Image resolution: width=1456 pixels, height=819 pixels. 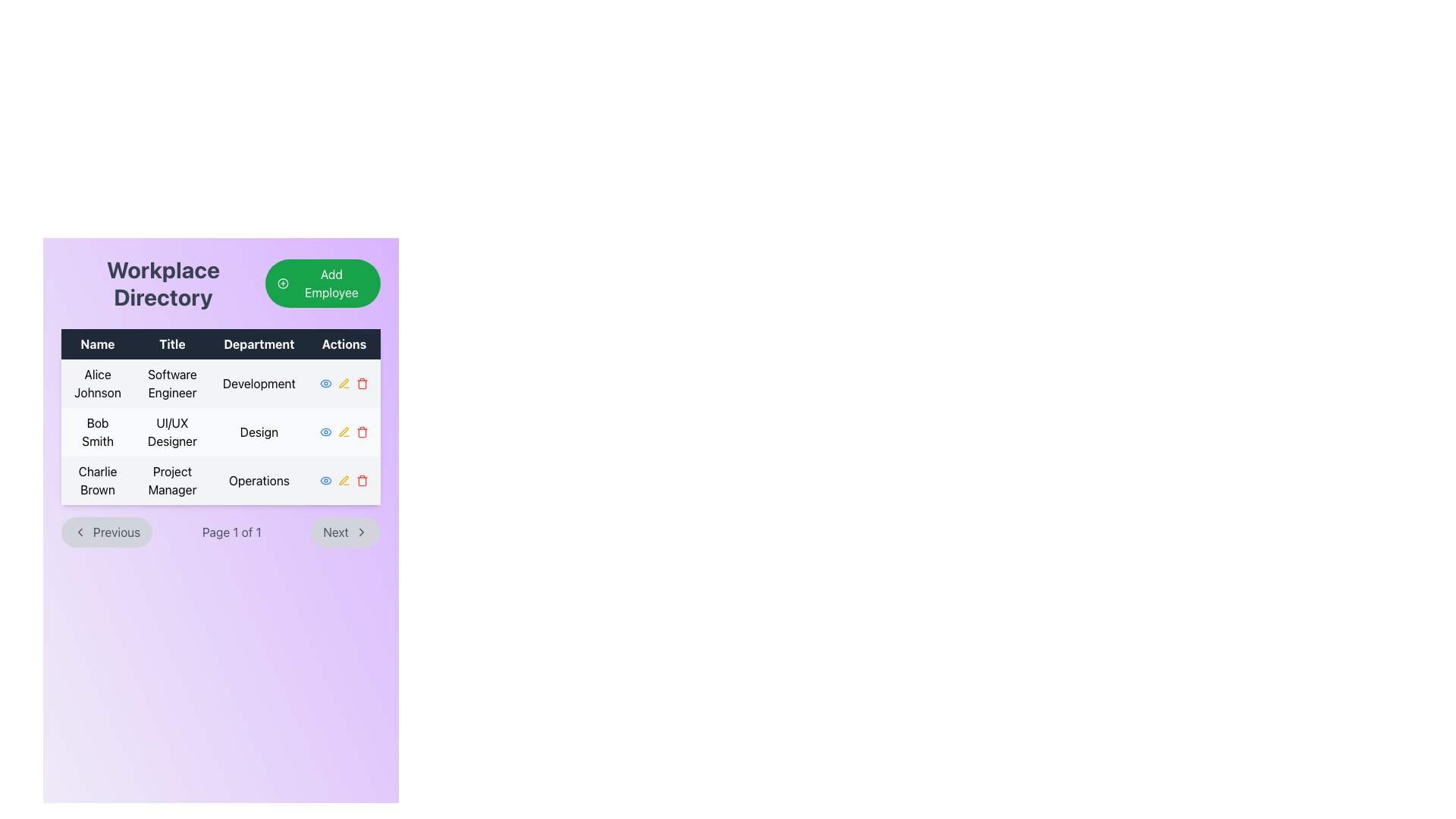 I want to click on the text label displaying the department name for 'Bob Smith' in the workplace directory table, located in the third column labeled 'Department', so click(x=259, y=432).